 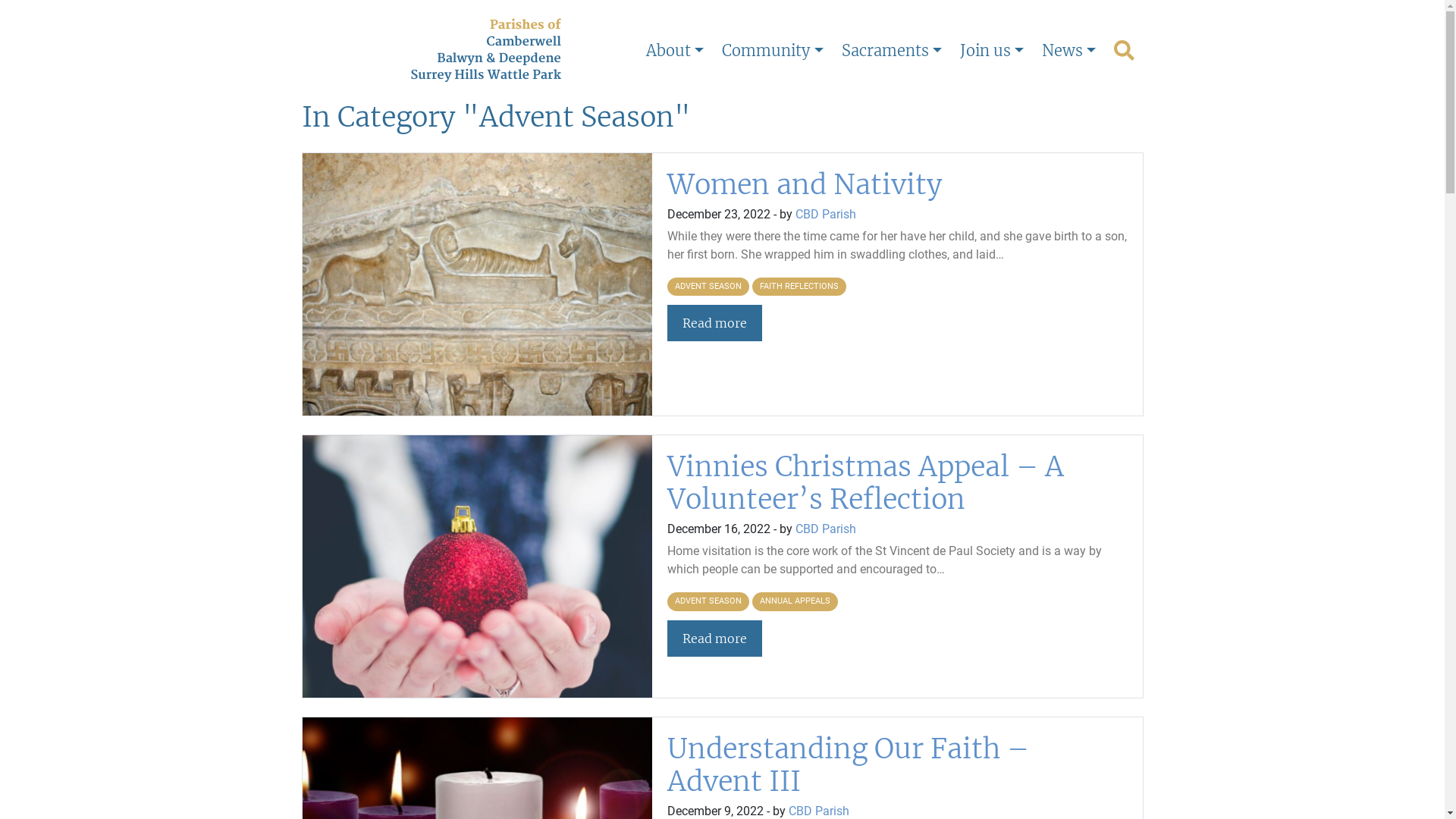 What do you see at coordinates (772, 49) in the screenshot?
I see `'Community'` at bounding box center [772, 49].